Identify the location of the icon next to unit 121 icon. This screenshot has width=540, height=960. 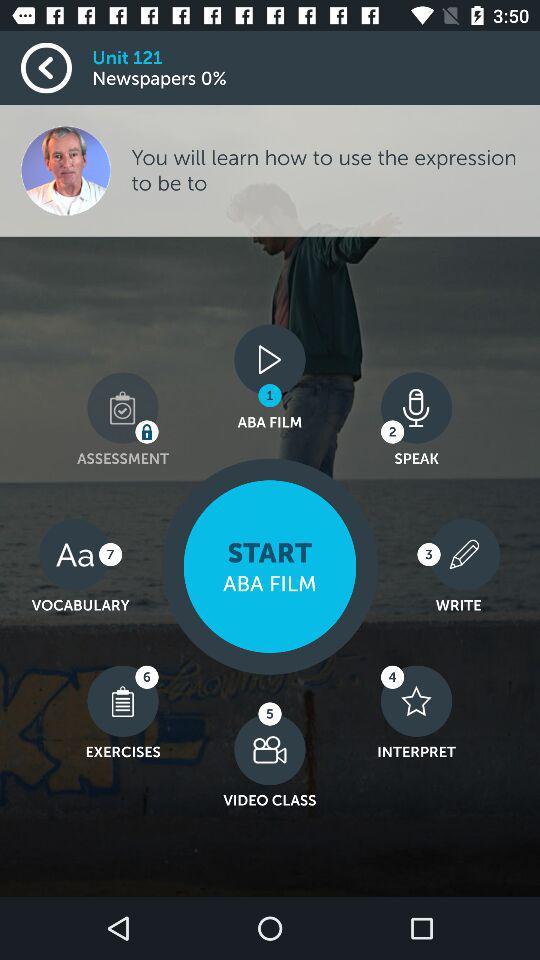
(56, 68).